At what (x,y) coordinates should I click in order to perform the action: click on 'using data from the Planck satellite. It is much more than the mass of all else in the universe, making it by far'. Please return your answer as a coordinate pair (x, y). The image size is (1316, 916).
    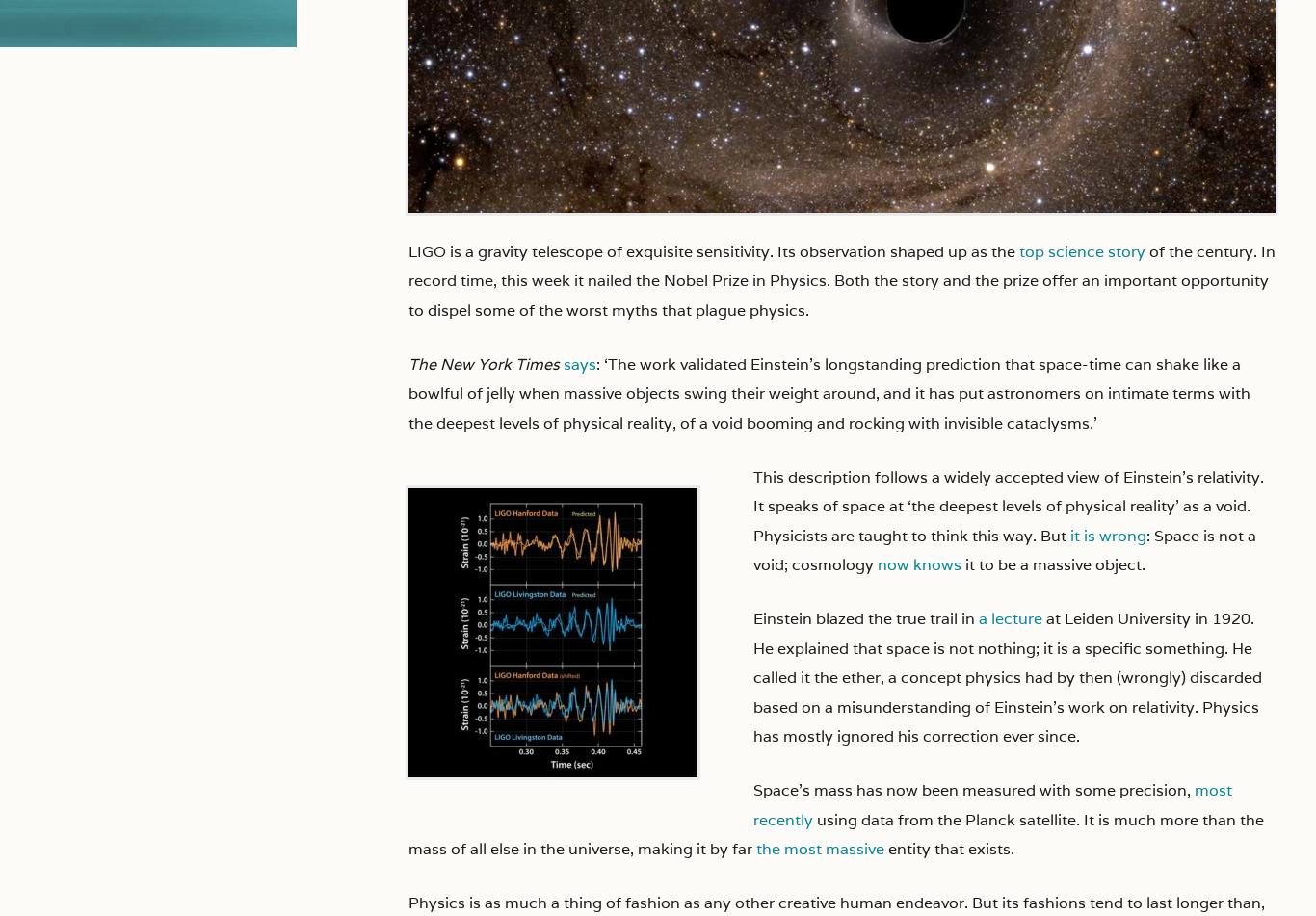
    Looking at the image, I should click on (408, 832).